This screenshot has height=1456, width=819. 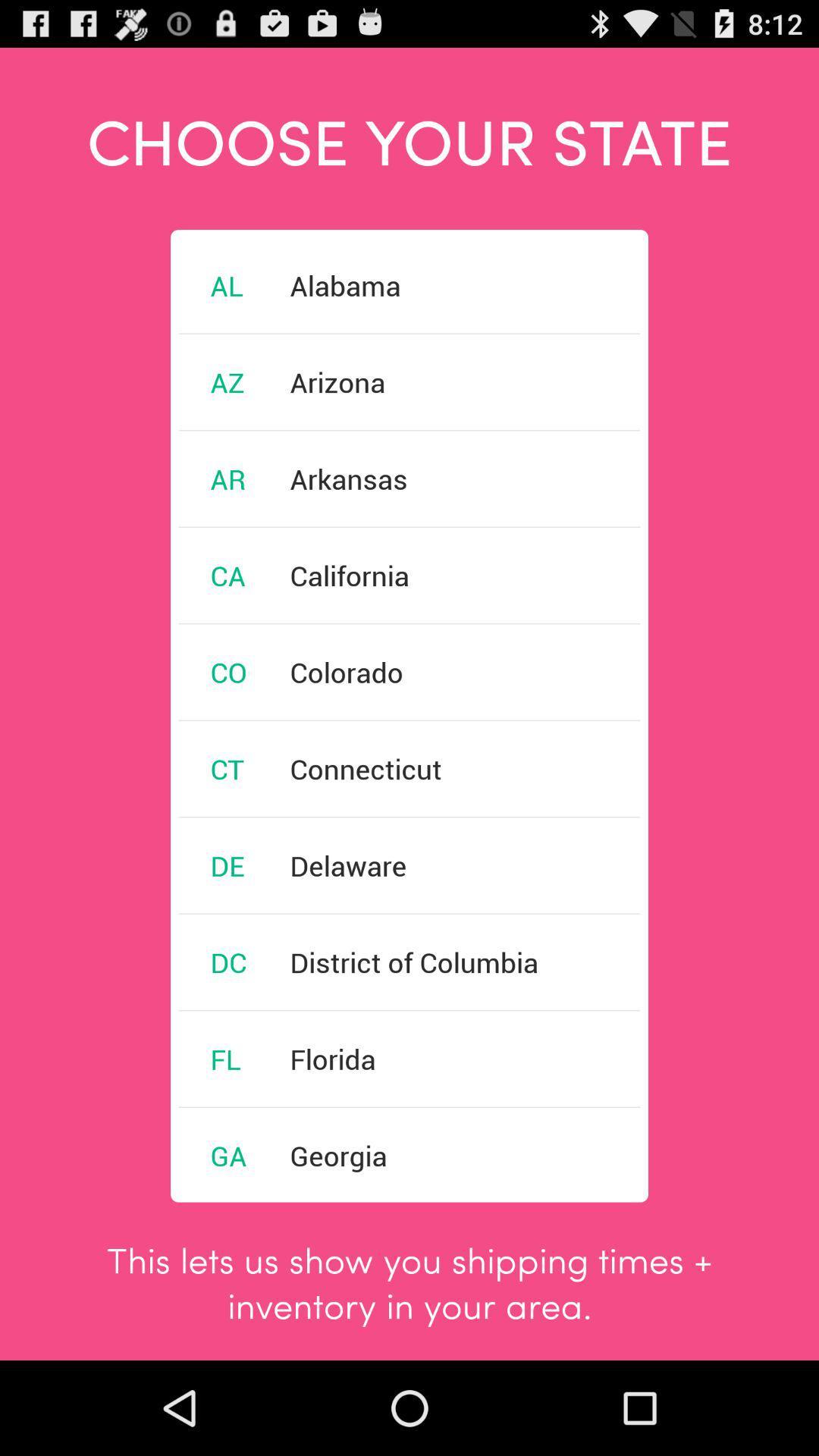 I want to click on de, so click(x=227, y=865).